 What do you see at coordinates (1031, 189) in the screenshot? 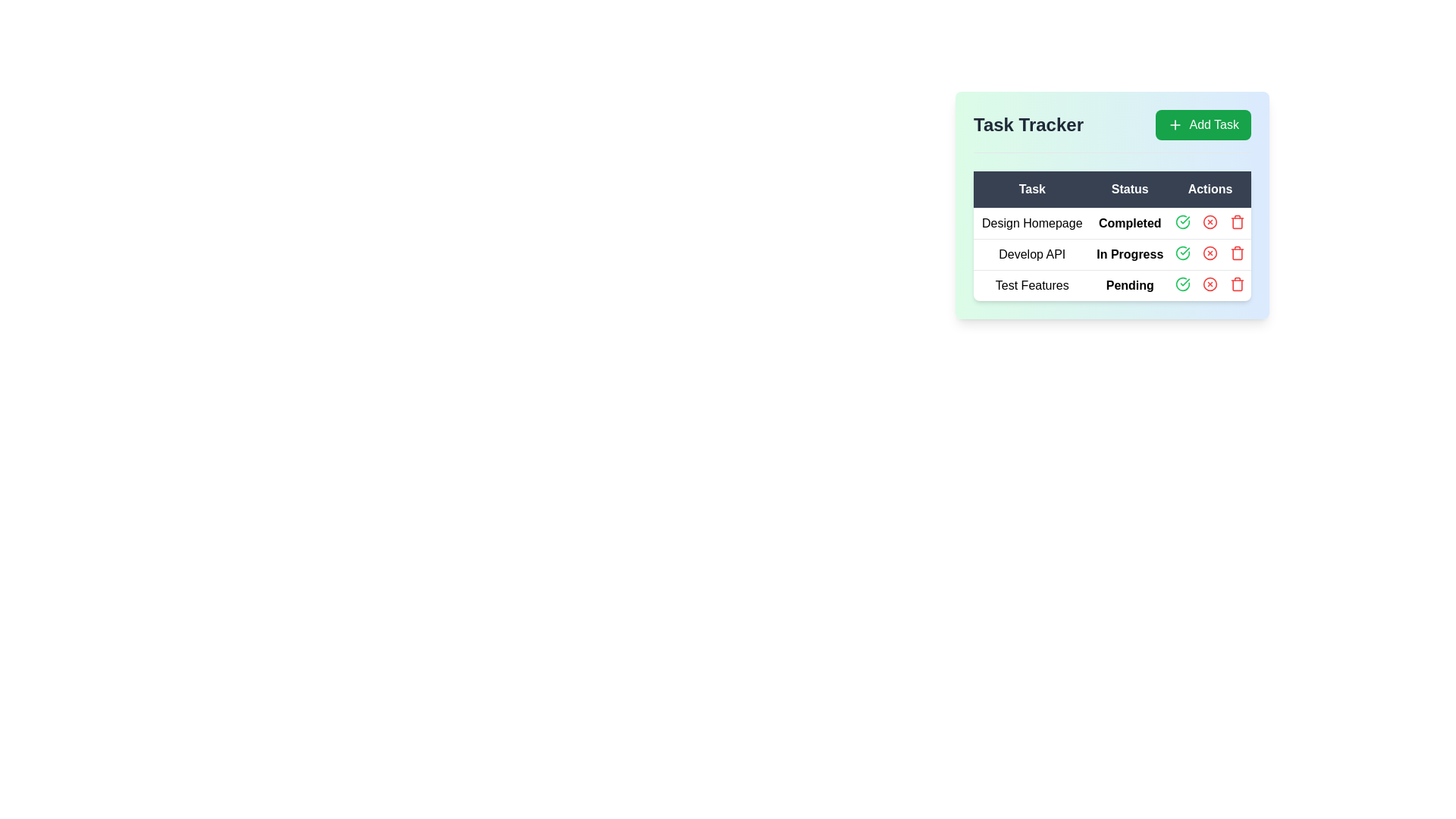
I see `the static text label indicating the 'Task' column in the table header area, which is the first item in the row of headers` at bounding box center [1031, 189].